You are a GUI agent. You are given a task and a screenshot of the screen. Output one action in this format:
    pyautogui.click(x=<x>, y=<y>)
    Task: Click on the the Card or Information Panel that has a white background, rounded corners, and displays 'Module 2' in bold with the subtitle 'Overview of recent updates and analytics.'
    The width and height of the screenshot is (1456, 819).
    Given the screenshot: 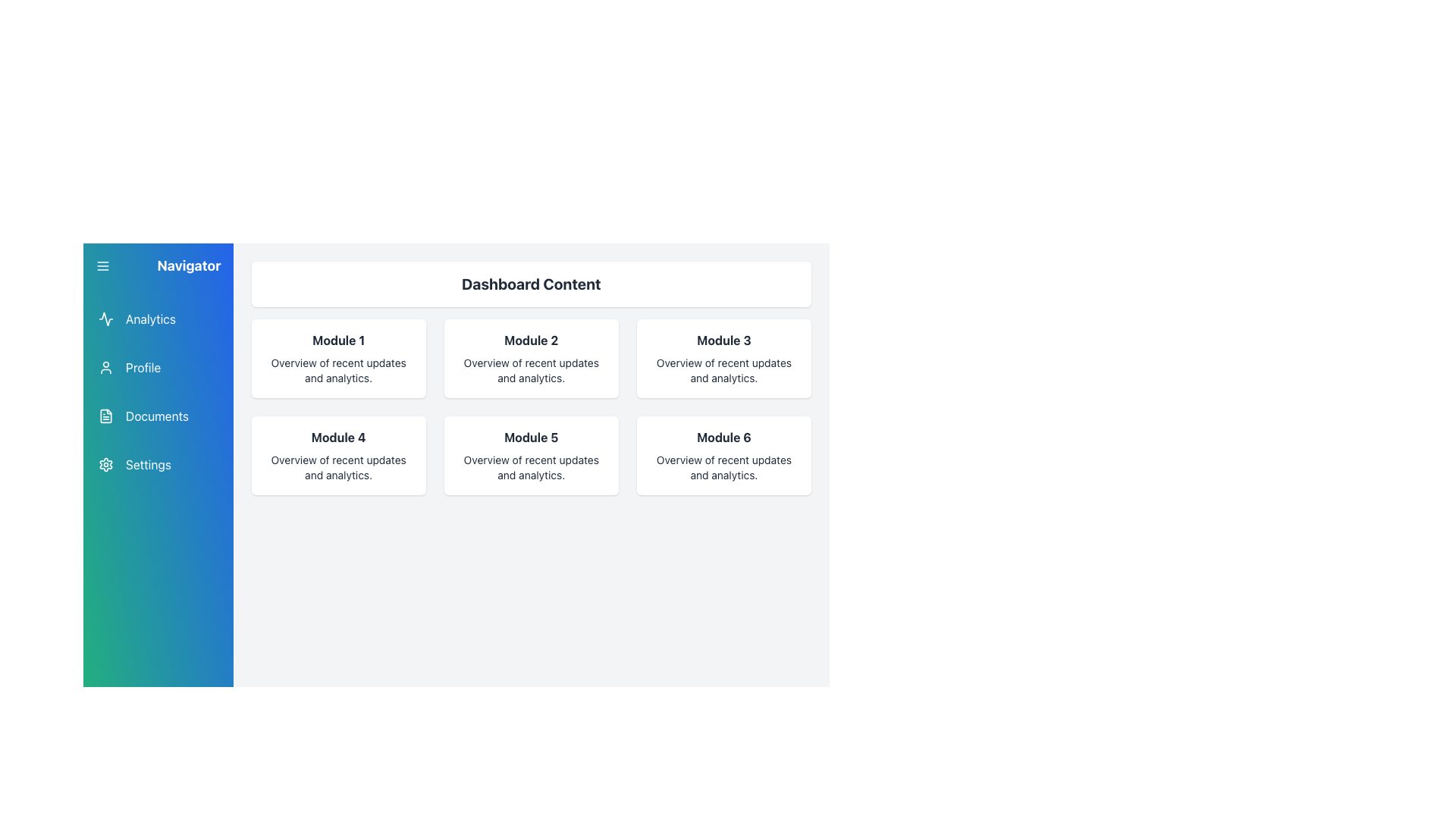 What is the action you would take?
    pyautogui.click(x=531, y=359)
    